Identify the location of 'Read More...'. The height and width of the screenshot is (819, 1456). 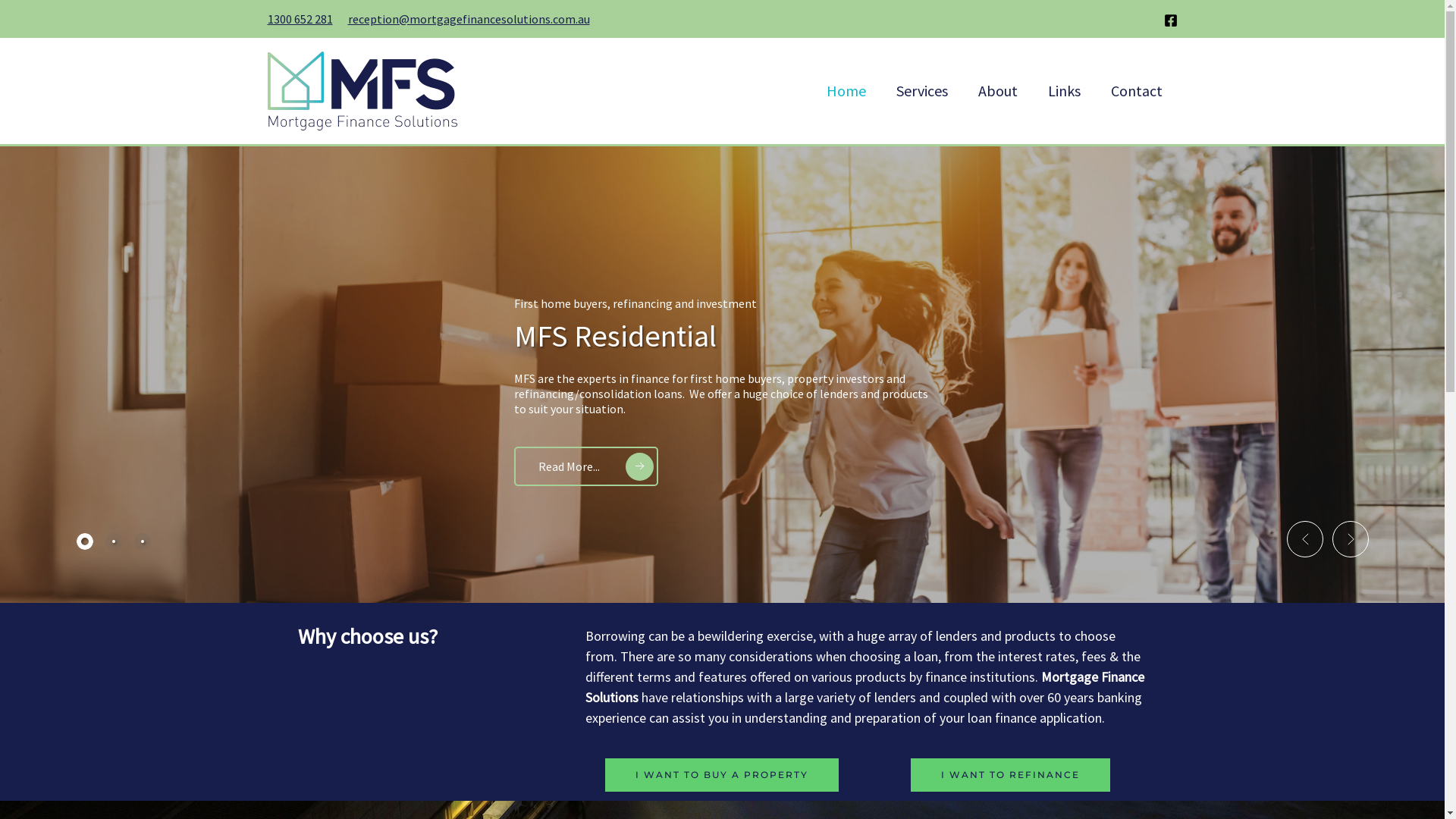
(585, 465).